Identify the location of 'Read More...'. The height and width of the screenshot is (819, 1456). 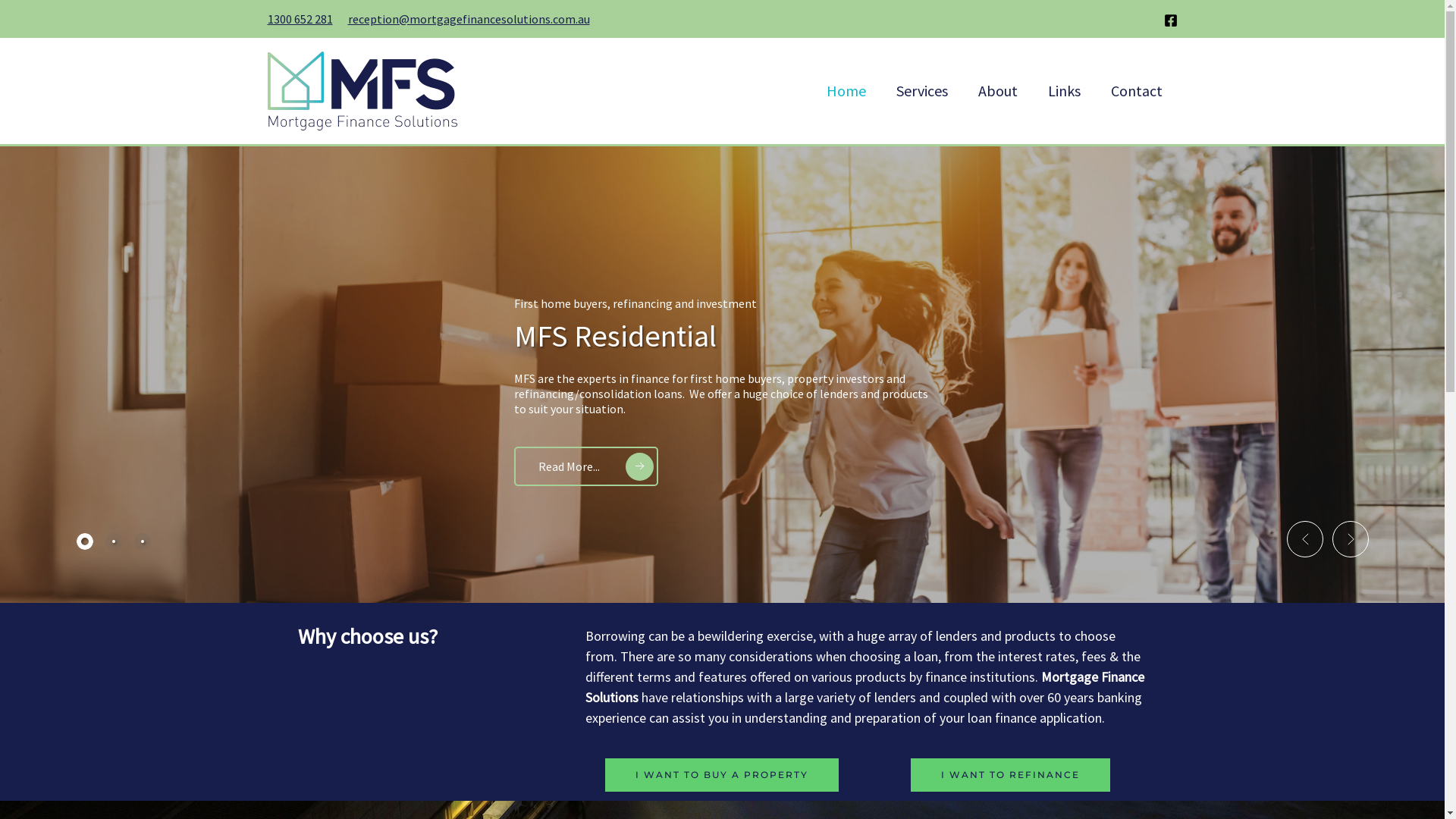
(585, 465).